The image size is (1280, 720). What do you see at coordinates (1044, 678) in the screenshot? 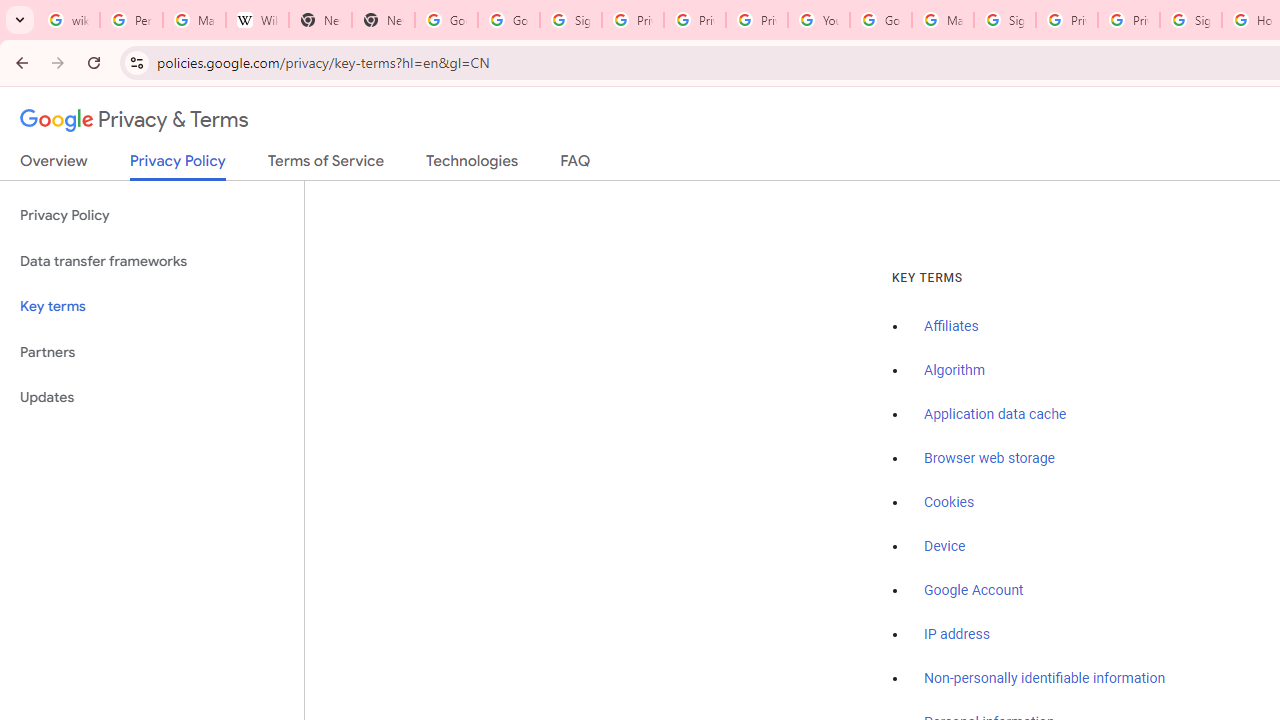
I see `'Non-personally identifiable information'` at bounding box center [1044, 678].